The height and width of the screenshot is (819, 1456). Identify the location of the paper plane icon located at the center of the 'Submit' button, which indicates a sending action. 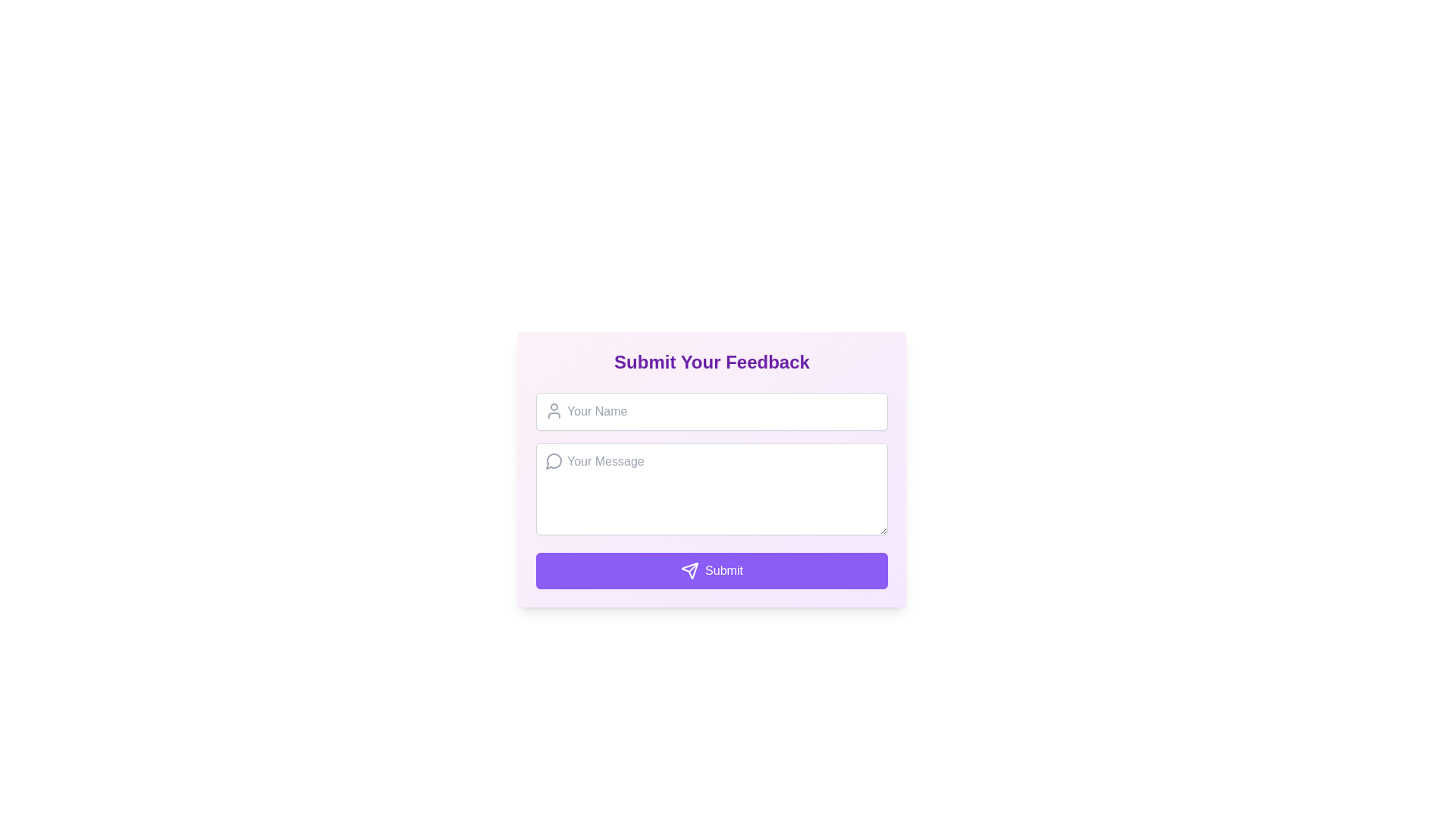
(689, 570).